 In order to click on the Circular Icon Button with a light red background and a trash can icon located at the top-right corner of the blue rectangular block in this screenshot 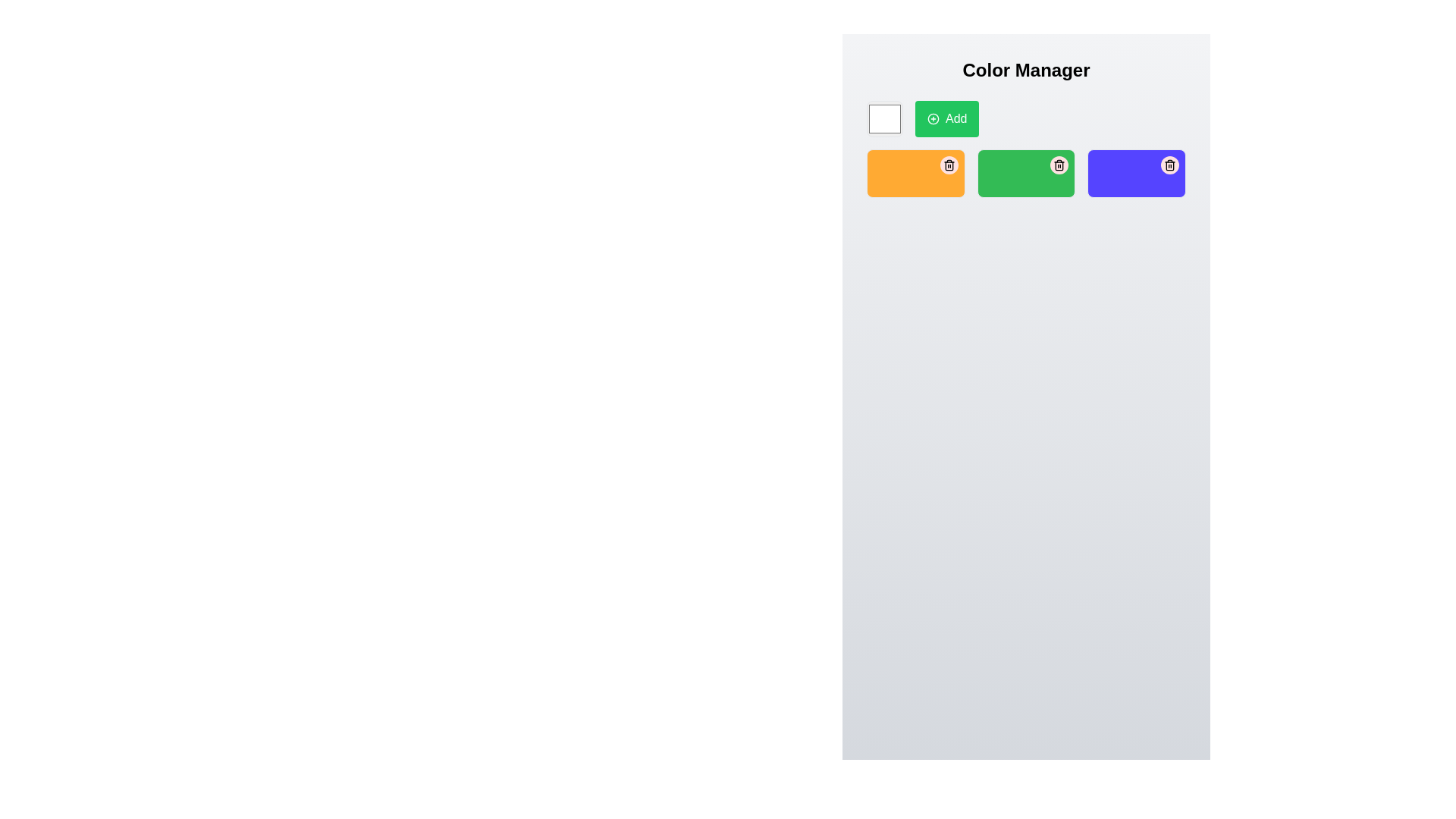, I will do `click(1169, 165)`.